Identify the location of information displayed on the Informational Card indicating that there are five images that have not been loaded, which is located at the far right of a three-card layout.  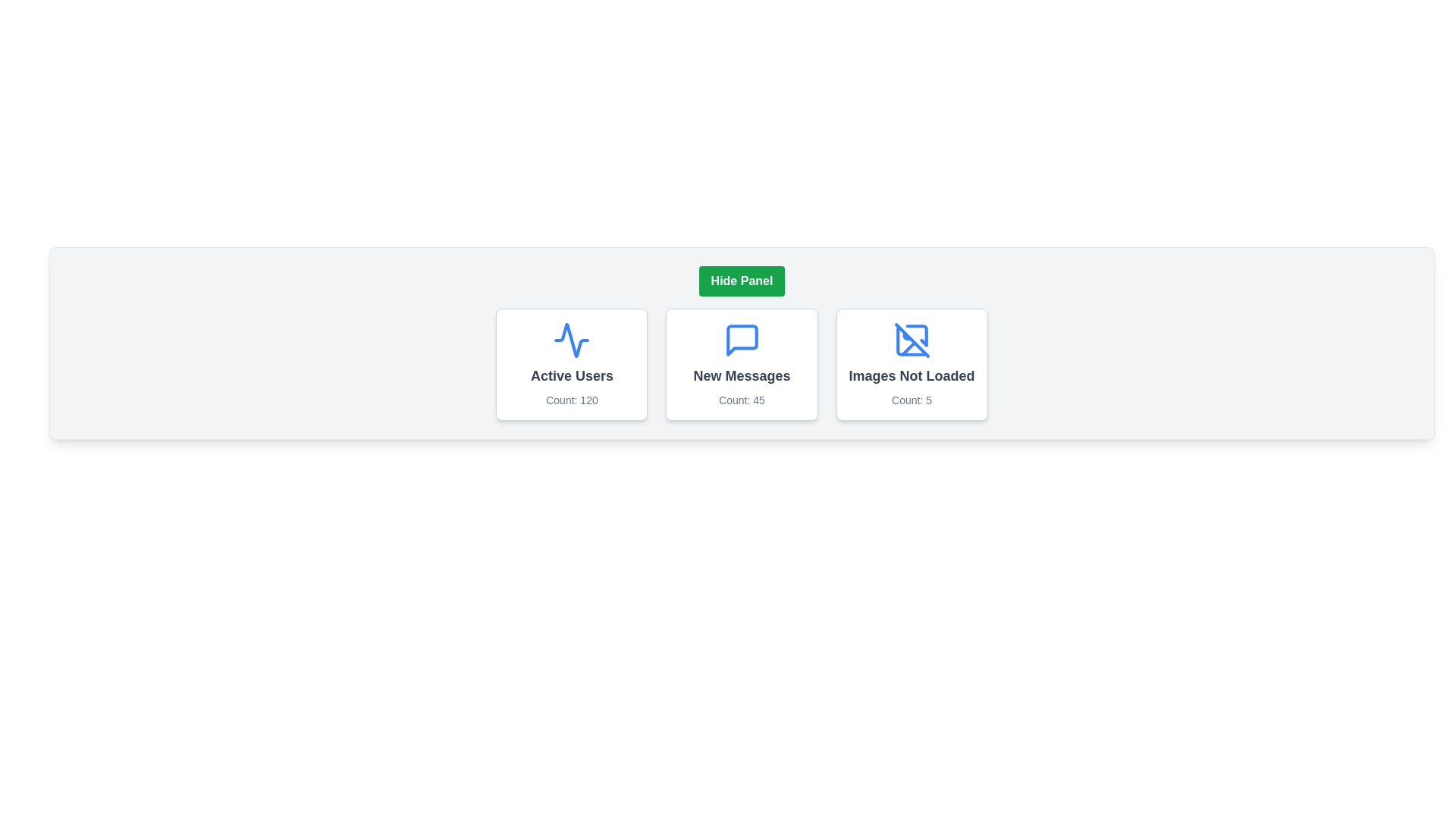
(911, 365).